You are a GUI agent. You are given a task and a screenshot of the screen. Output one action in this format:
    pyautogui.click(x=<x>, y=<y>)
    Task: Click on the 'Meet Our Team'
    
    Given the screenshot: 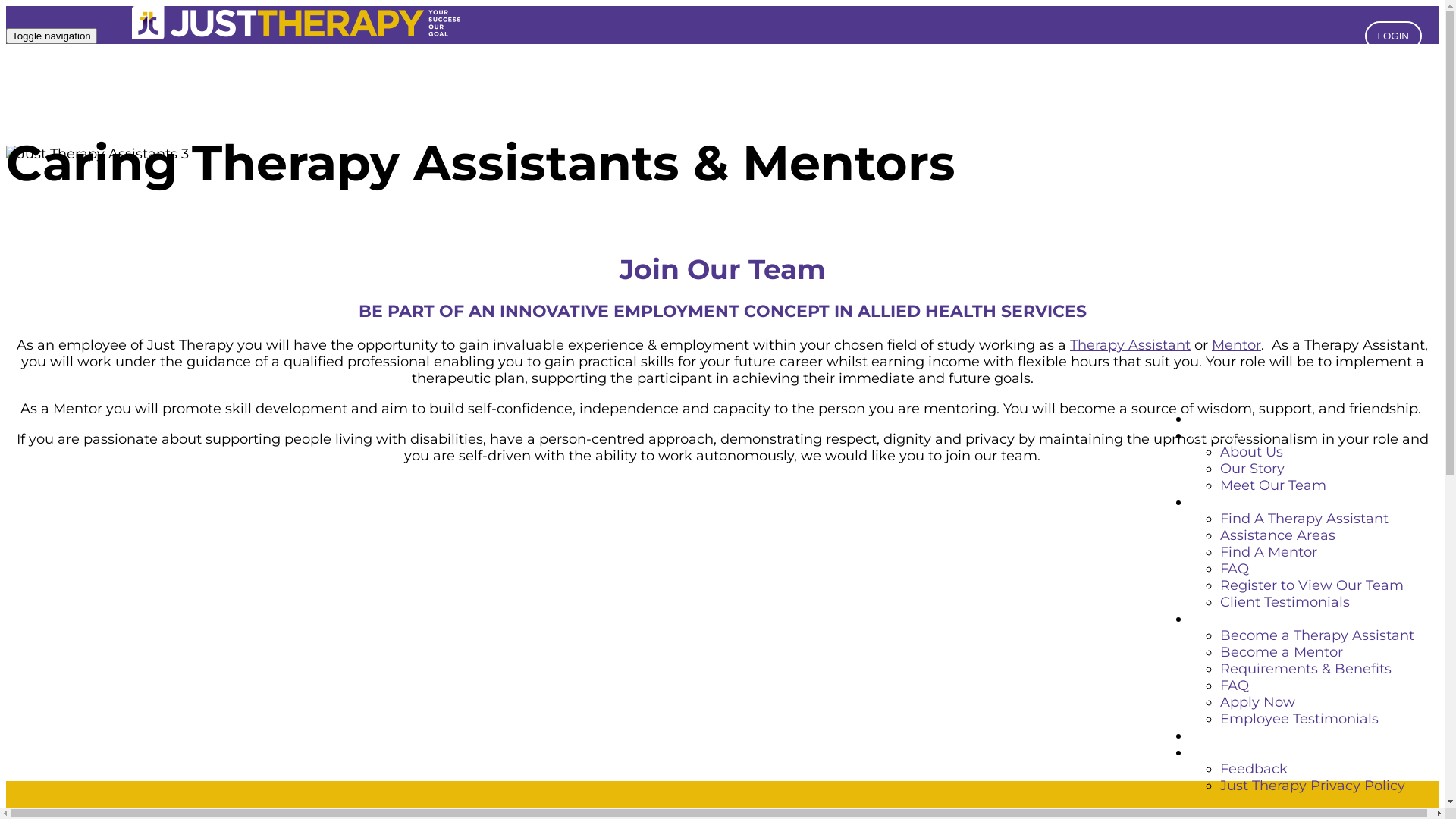 What is the action you would take?
    pyautogui.click(x=1273, y=485)
    